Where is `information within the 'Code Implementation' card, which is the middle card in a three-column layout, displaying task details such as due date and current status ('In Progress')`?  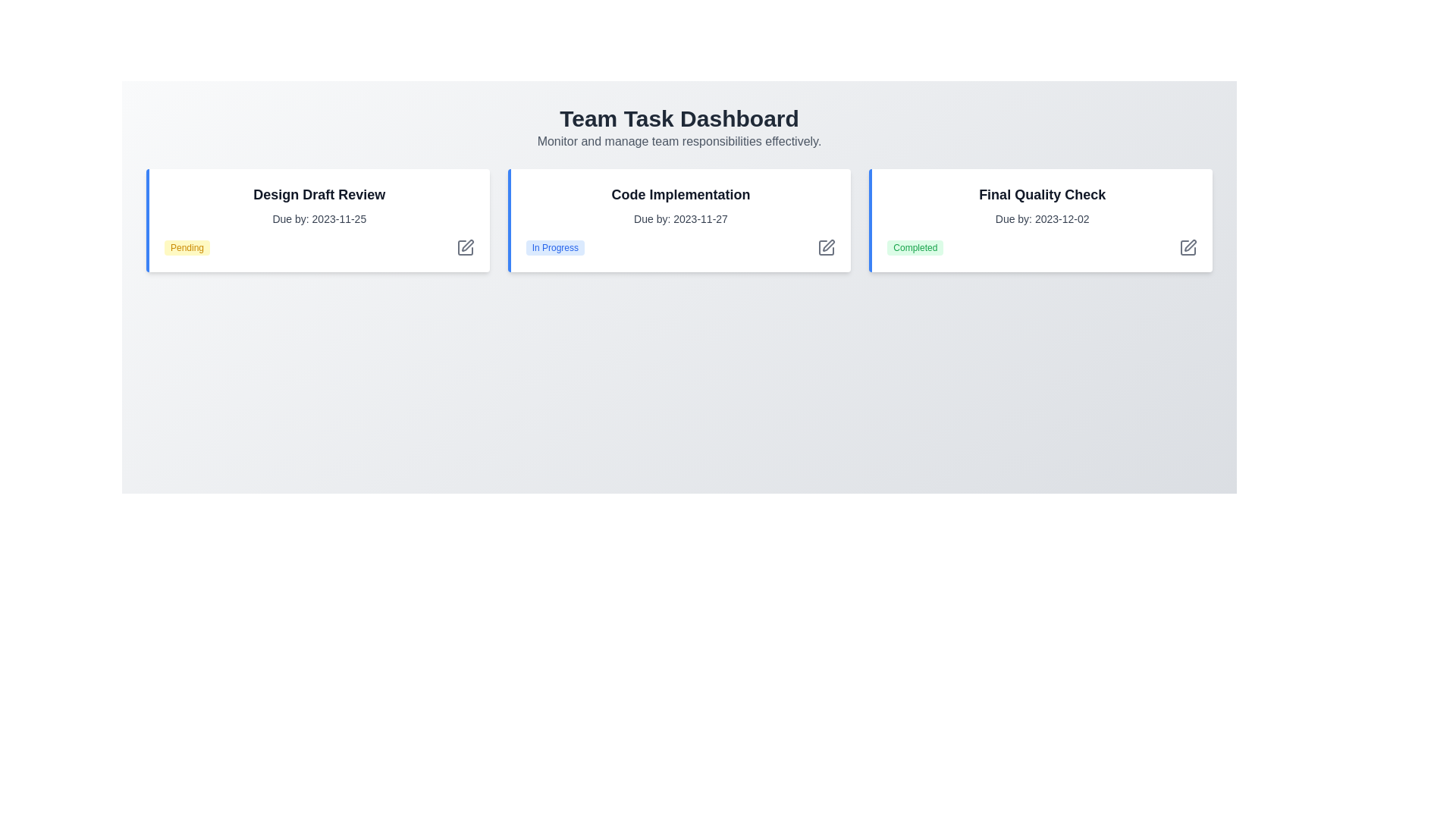
information within the 'Code Implementation' card, which is the middle card in a three-column layout, displaying task details such as due date and current status ('In Progress') is located at coordinates (679, 220).